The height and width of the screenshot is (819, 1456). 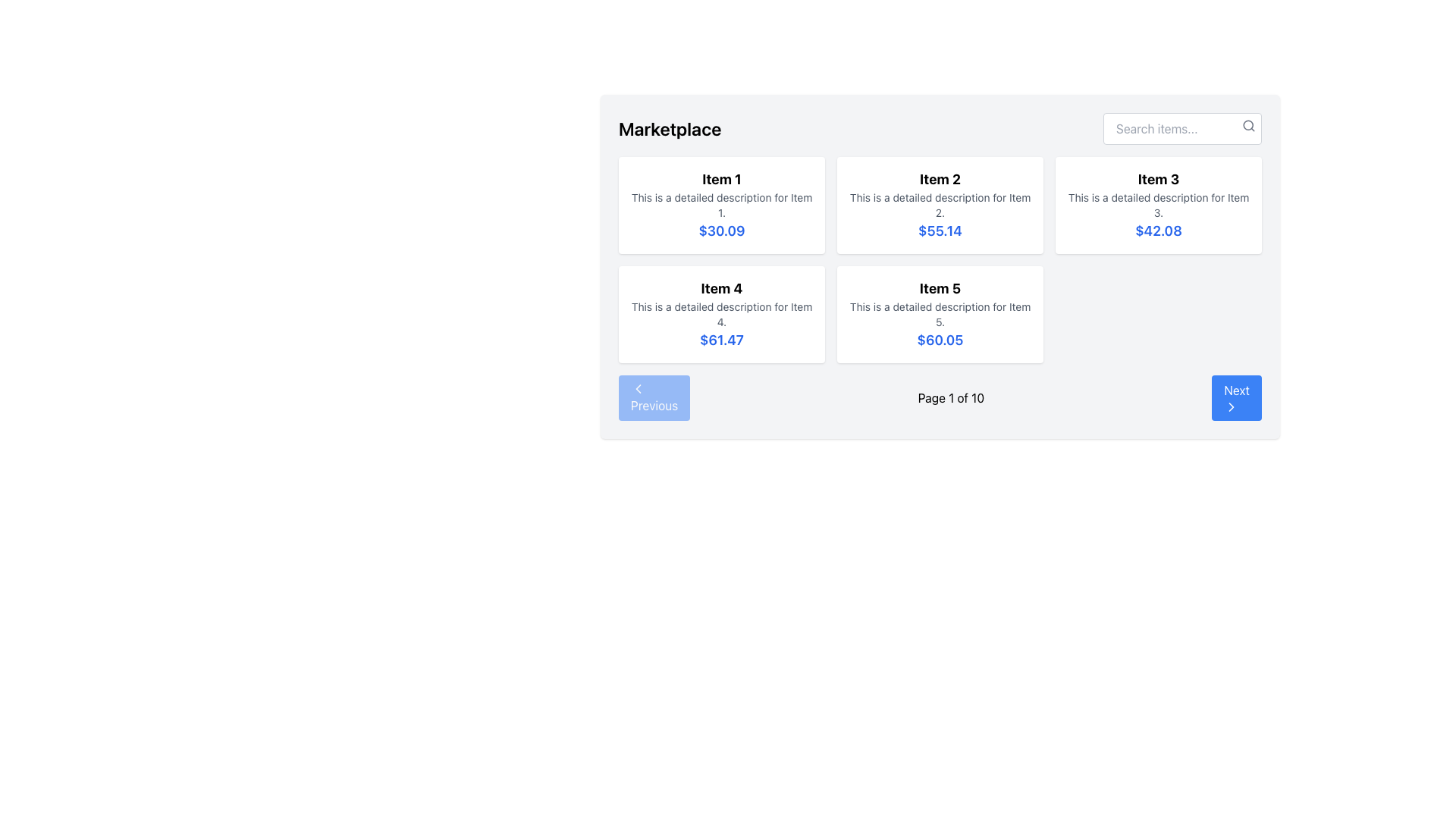 What do you see at coordinates (1232, 406) in the screenshot?
I see `the chevron-shaped icon inside the blue 'Next' button located at the bottom right corner of the interface` at bounding box center [1232, 406].